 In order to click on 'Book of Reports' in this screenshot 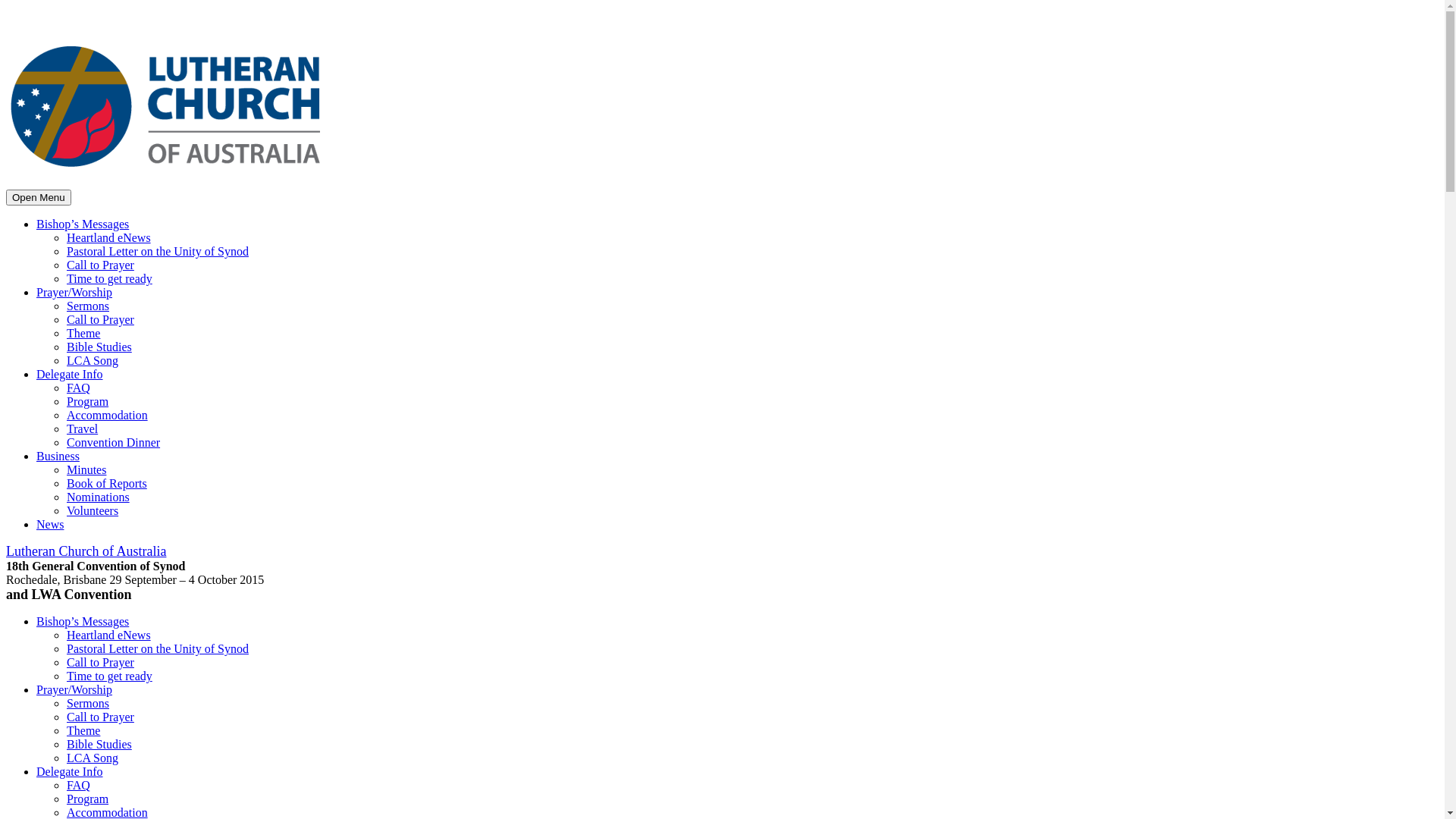, I will do `click(105, 483)`.